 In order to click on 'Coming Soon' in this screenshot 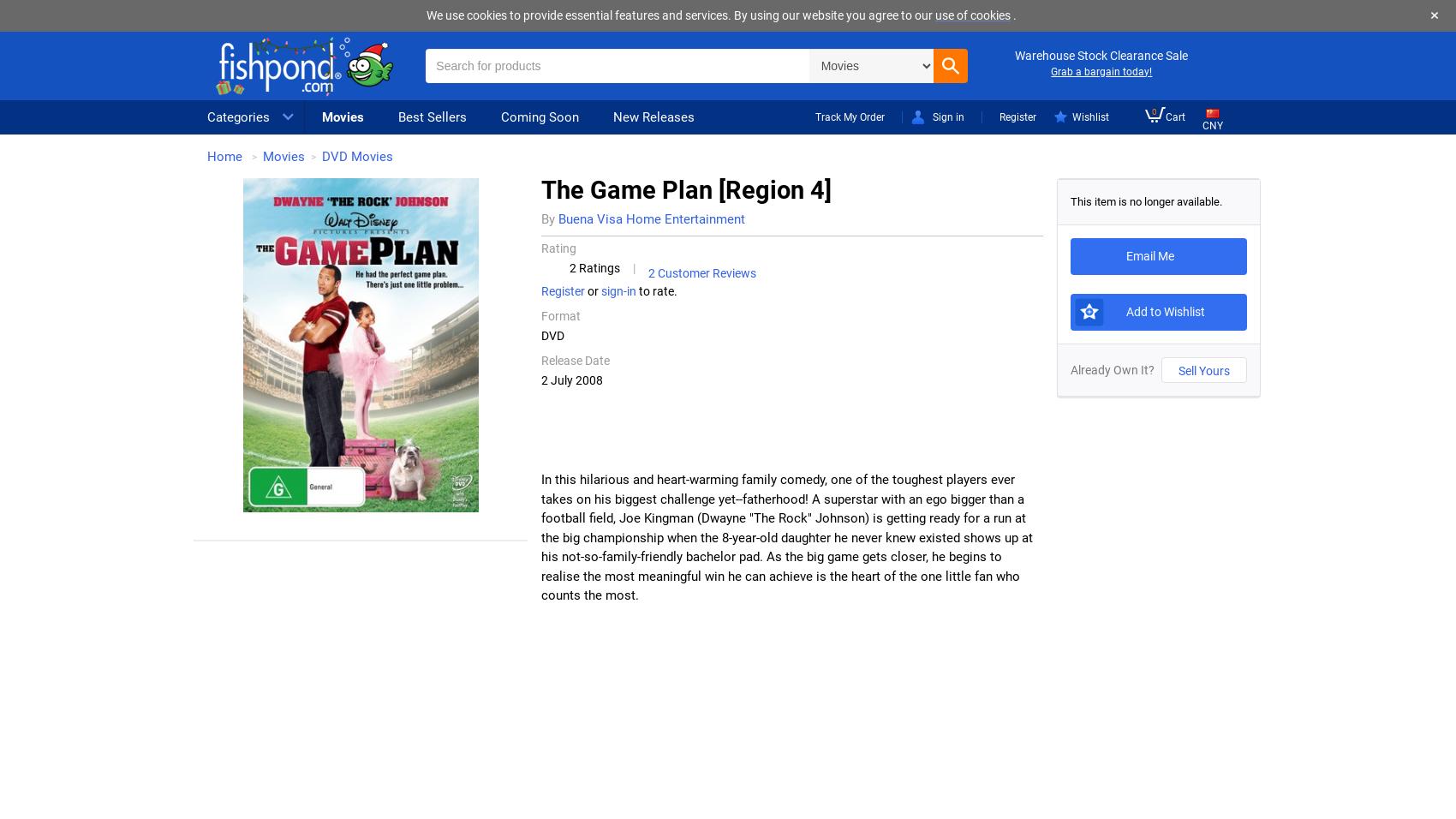, I will do `click(539, 117)`.